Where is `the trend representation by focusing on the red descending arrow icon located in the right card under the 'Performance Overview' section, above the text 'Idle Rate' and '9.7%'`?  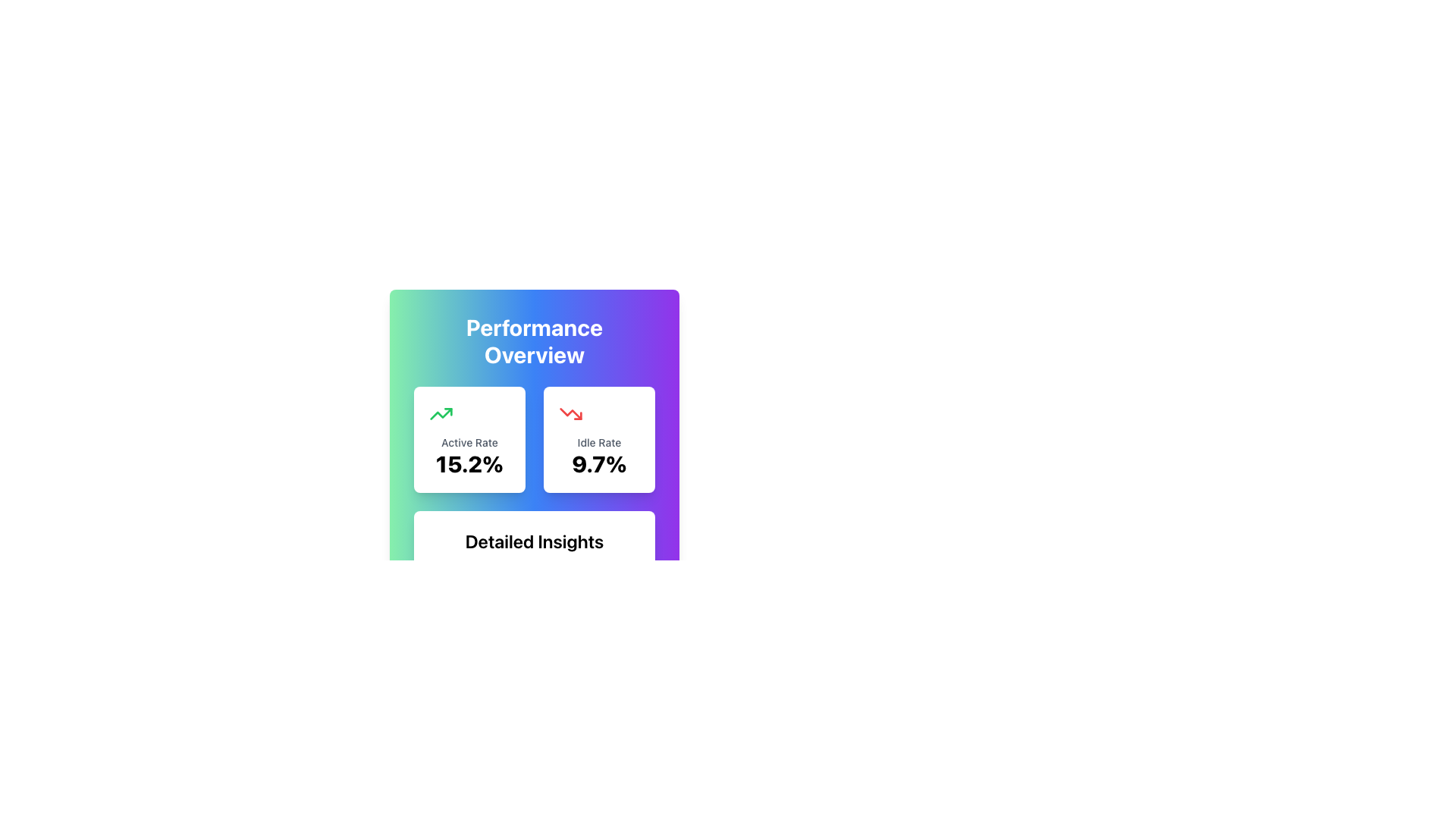 the trend representation by focusing on the red descending arrow icon located in the right card under the 'Performance Overview' section, above the text 'Idle Rate' and '9.7%' is located at coordinates (570, 414).